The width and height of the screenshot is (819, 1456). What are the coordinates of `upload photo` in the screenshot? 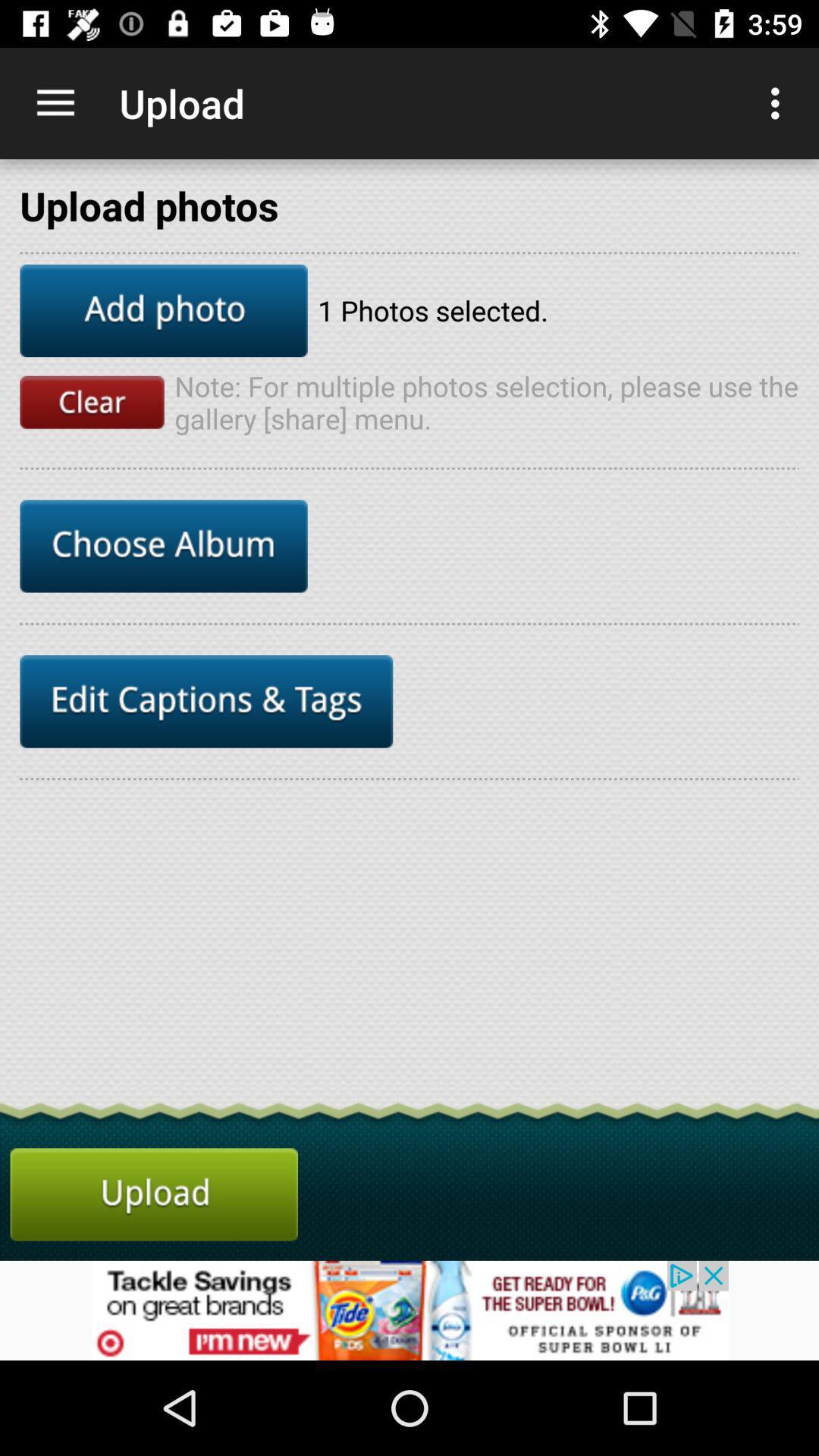 It's located at (164, 309).